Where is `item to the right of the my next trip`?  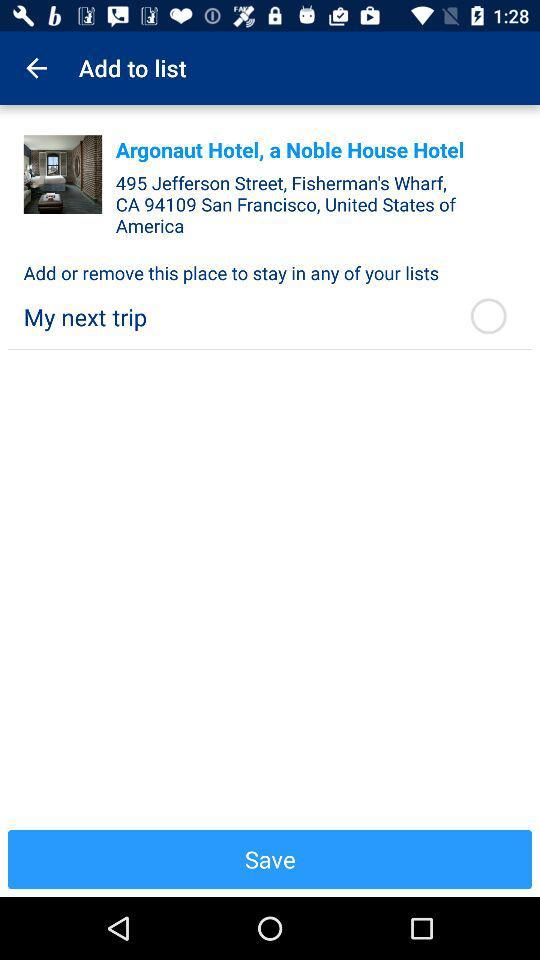
item to the right of the my next trip is located at coordinates (487, 316).